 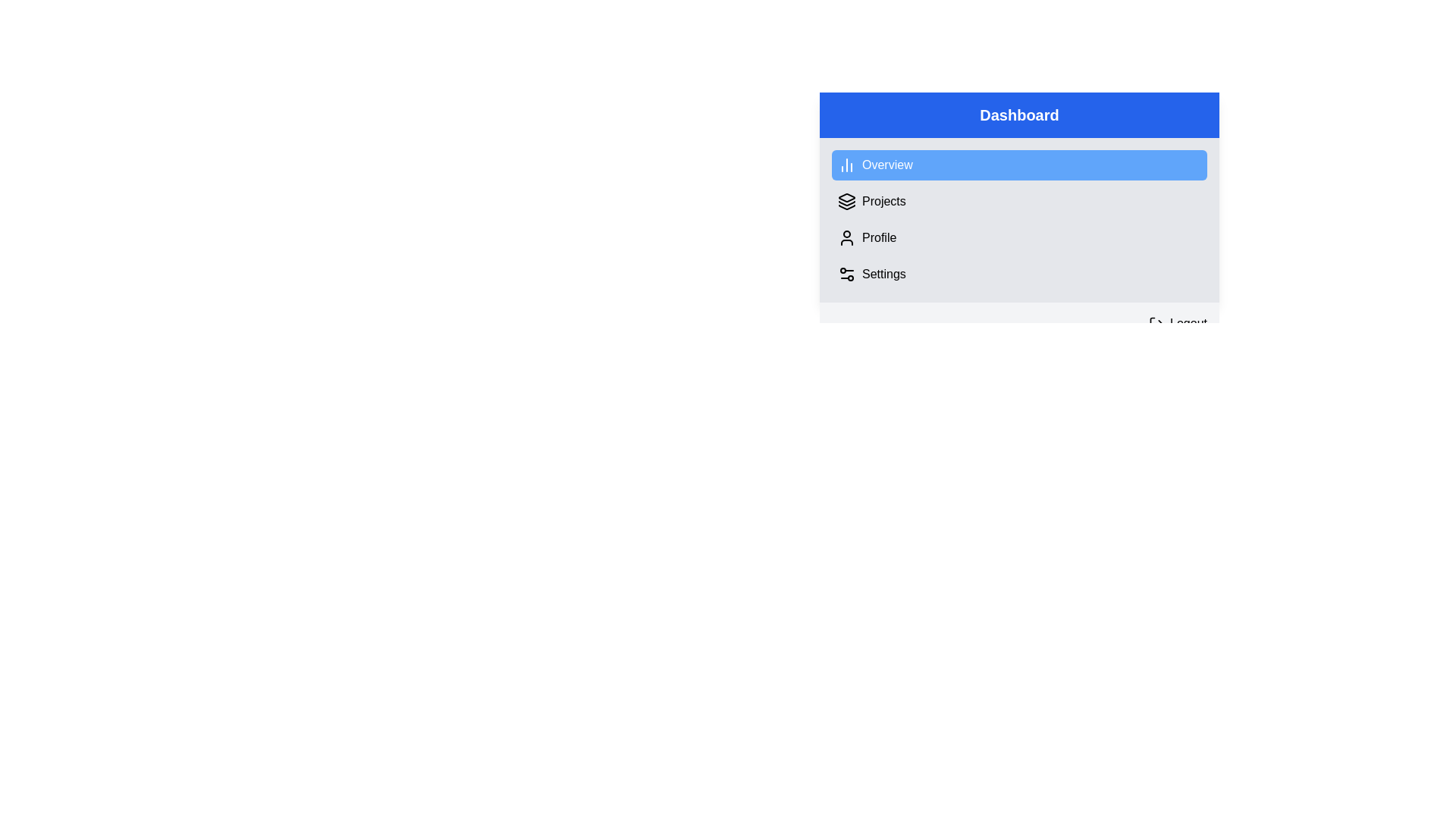 I want to click on the 'Logout' button located at the bottom-right corner of the vertical panel to log out, so click(x=1177, y=323).